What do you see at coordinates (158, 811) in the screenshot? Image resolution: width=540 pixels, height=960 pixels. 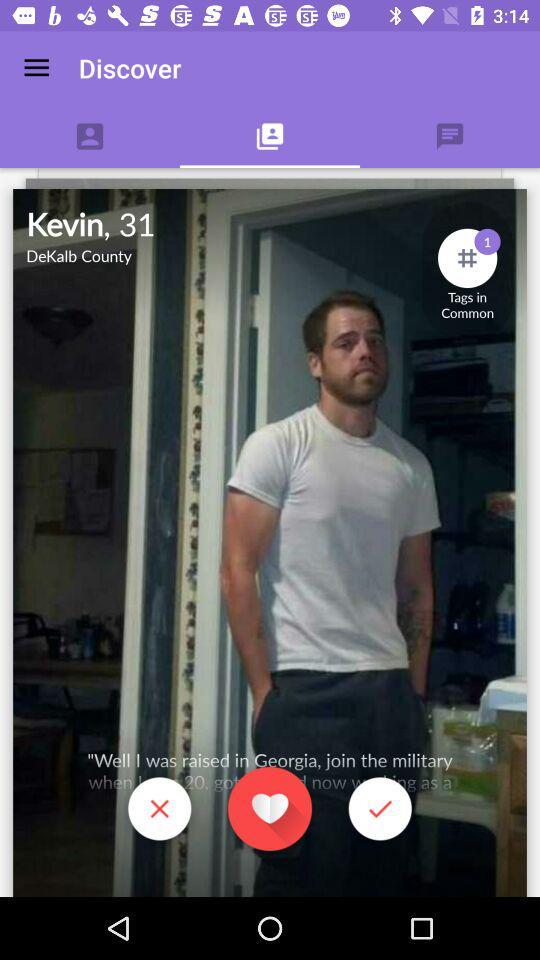 I see `the close icon` at bounding box center [158, 811].